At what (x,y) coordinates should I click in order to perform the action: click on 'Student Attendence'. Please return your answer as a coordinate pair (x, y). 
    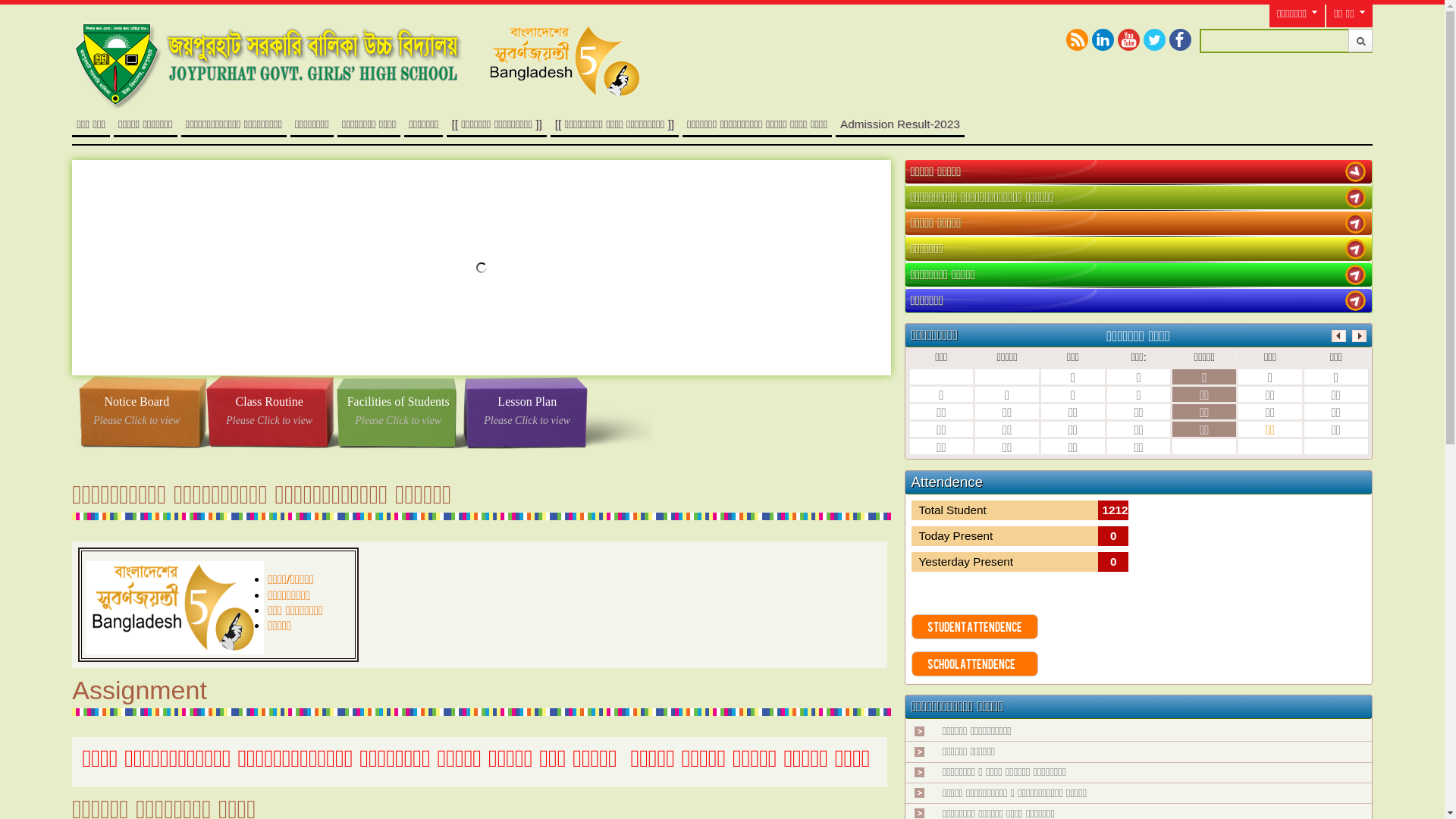
    Looking at the image, I should click on (974, 626).